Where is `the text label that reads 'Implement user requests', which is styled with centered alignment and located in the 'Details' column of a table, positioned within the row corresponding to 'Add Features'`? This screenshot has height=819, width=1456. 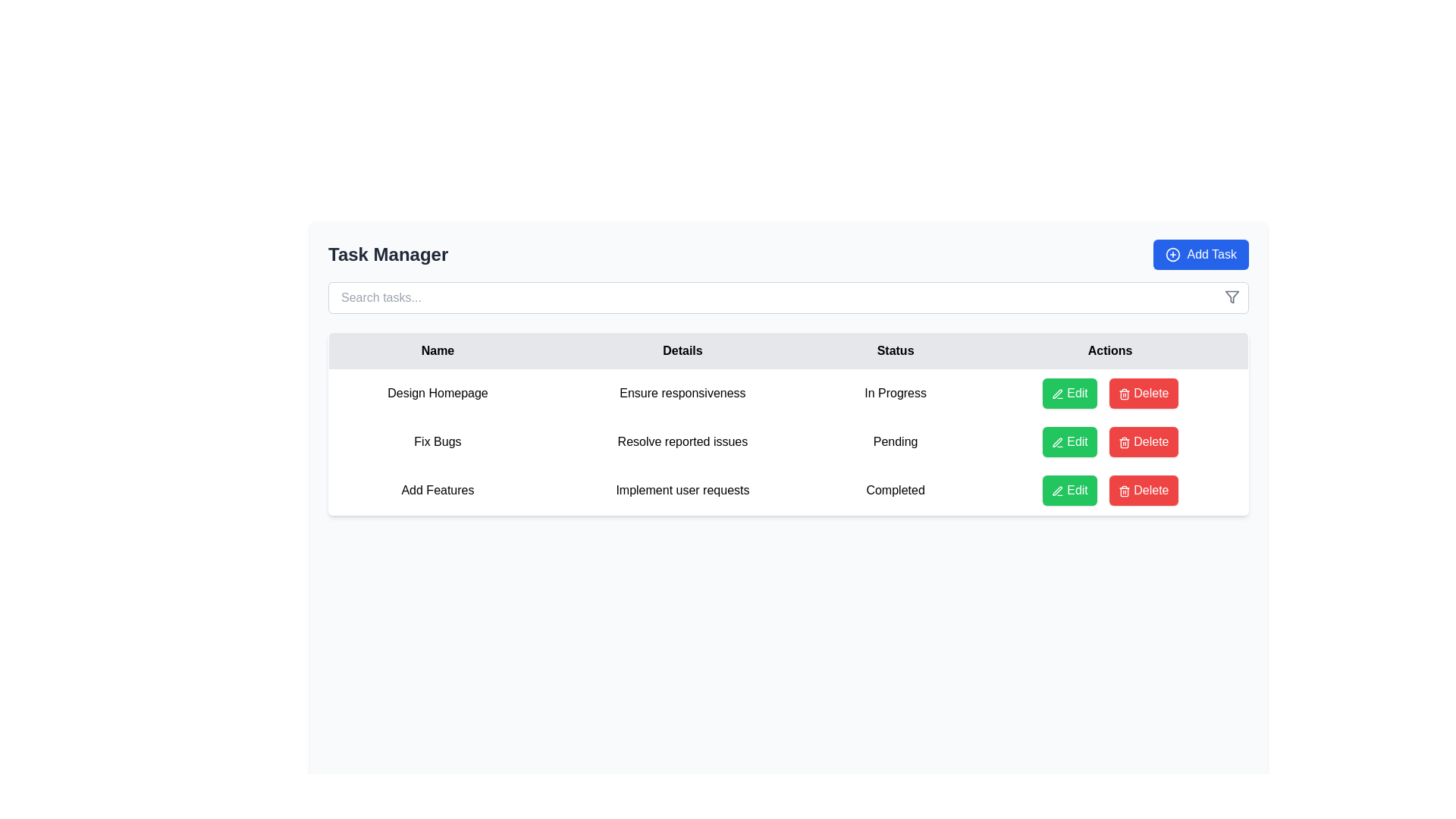 the text label that reads 'Implement user requests', which is styled with centered alignment and located in the 'Details' column of a table, positioned within the row corresponding to 'Add Features' is located at coordinates (682, 491).